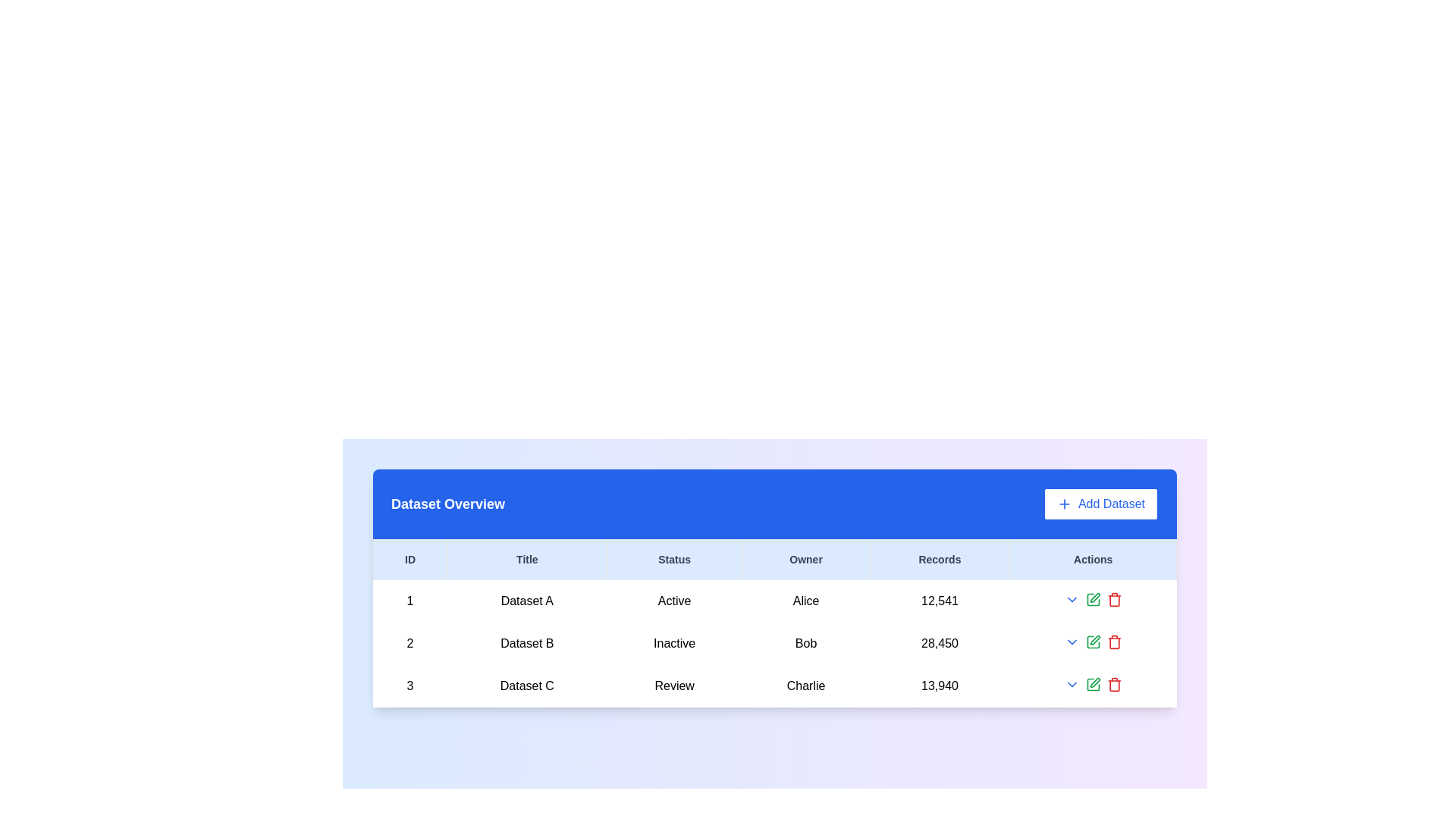 The image size is (1456, 819). What do you see at coordinates (775, 643) in the screenshot?
I see `the second row in the dataset table representing Dataset B, which displays its ID, Title, Status, Owner, and number of Records` at bounding box center [775, 643].